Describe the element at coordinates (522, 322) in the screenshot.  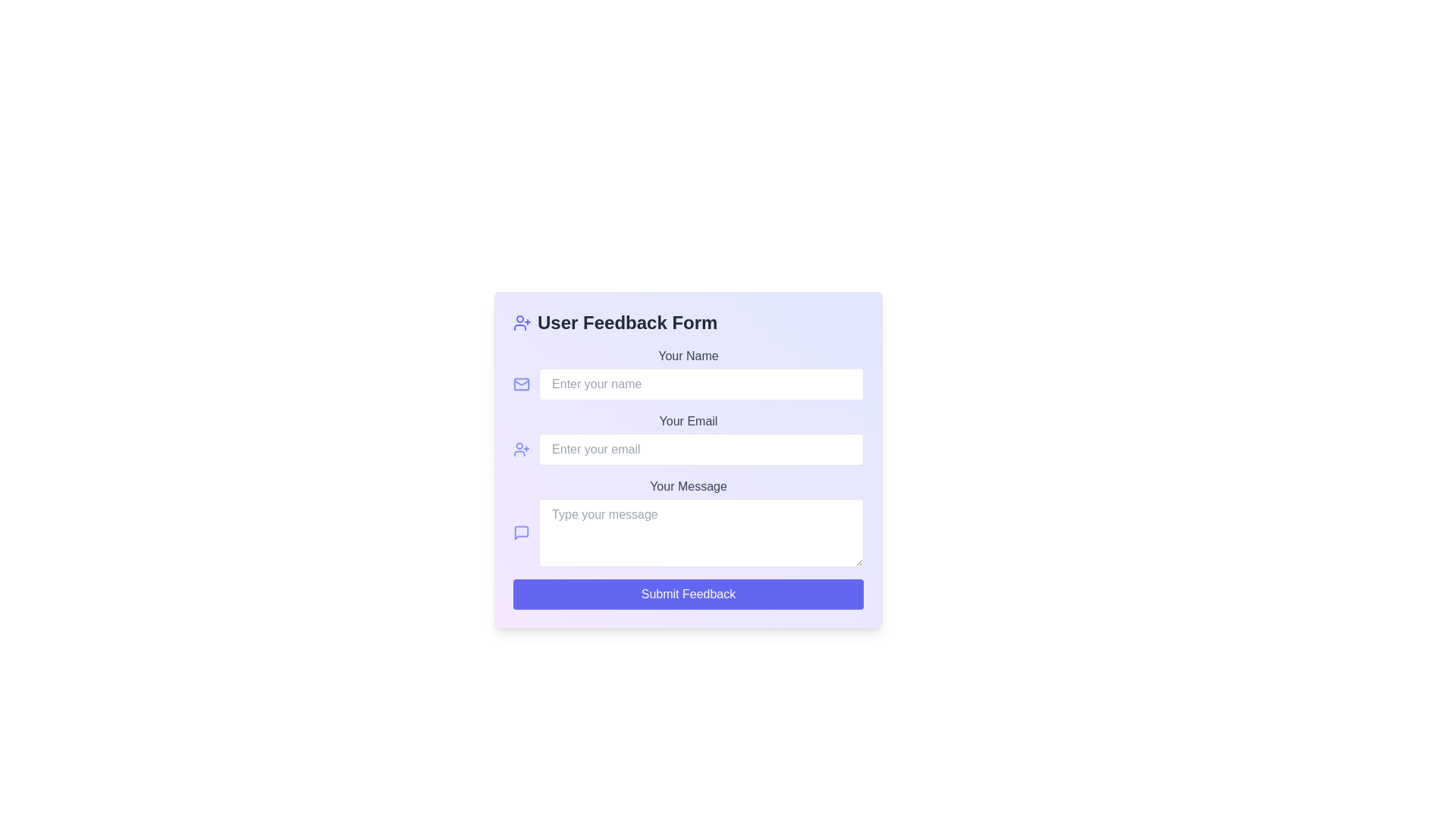
I see `the user-plus icon located to the left of the 'User Feedback Form' text` at that location.